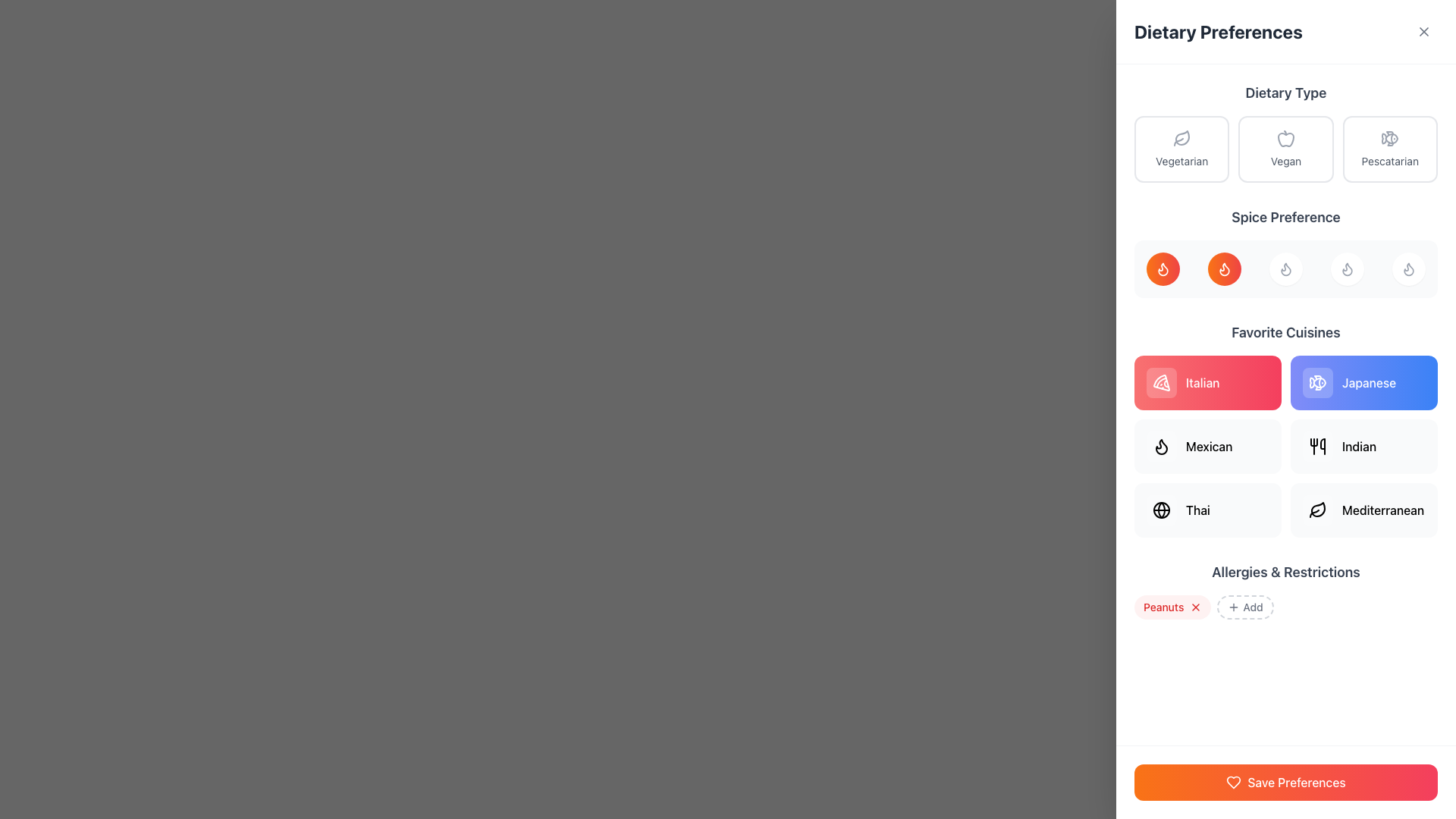 The image size is (1456, 819). I want to click on the first flame-themed icon in the 'Spice Preference' section, so click(1163, 268).